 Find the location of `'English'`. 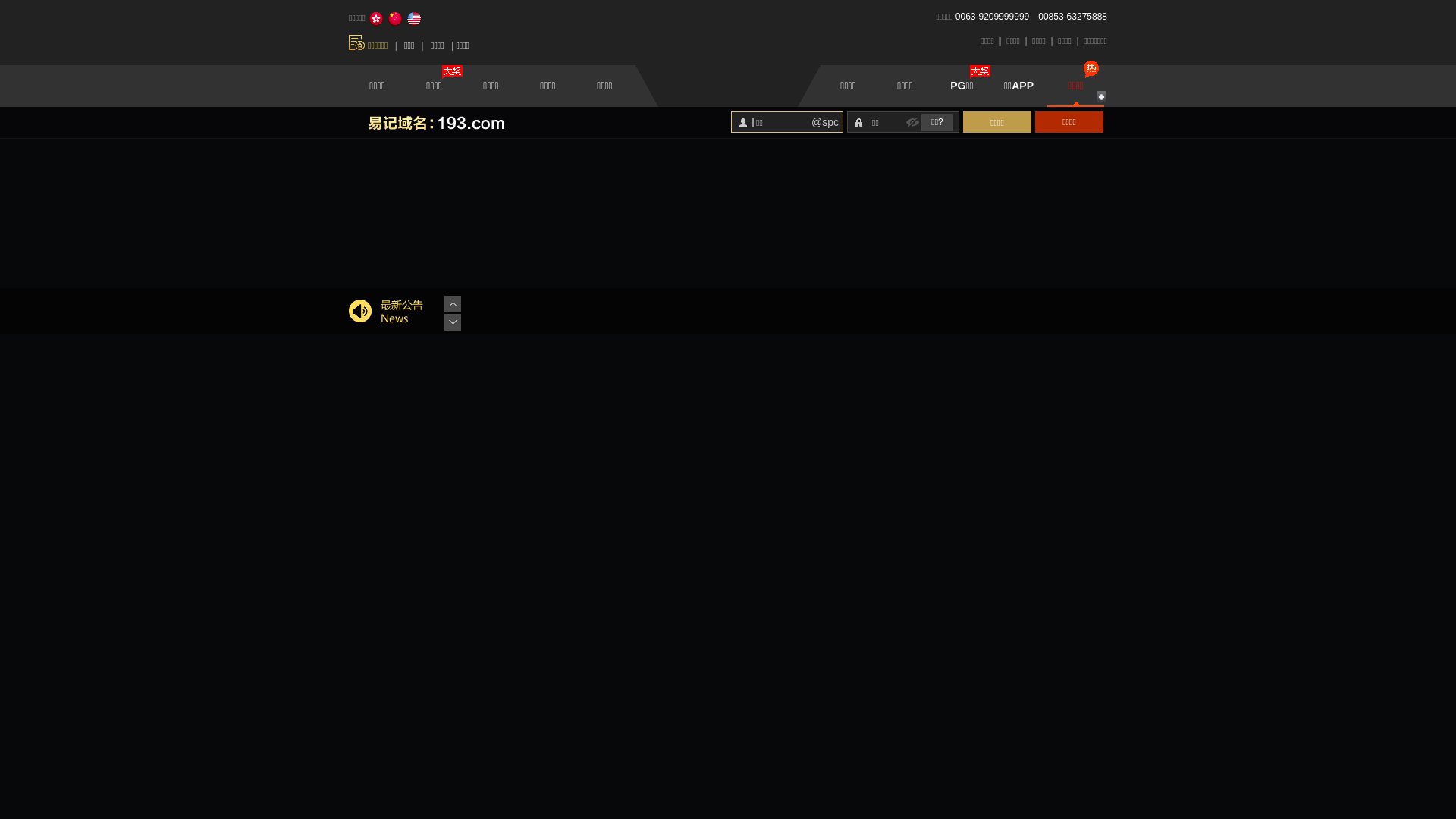

'English' is located at coordinates (414, 18).